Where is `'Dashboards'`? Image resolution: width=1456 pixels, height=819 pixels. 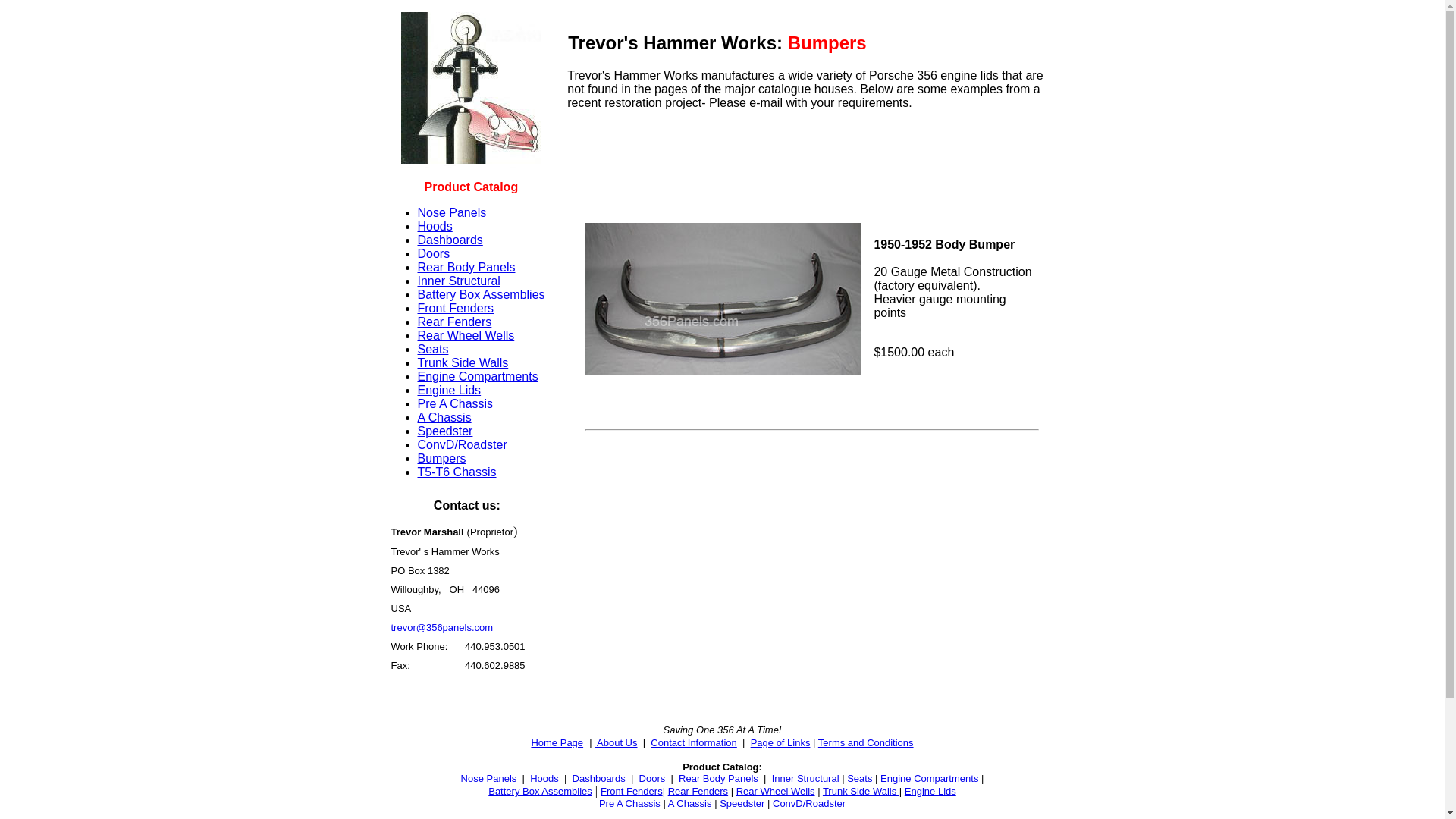
'Dashboards' is located at coordinates (596, 778).